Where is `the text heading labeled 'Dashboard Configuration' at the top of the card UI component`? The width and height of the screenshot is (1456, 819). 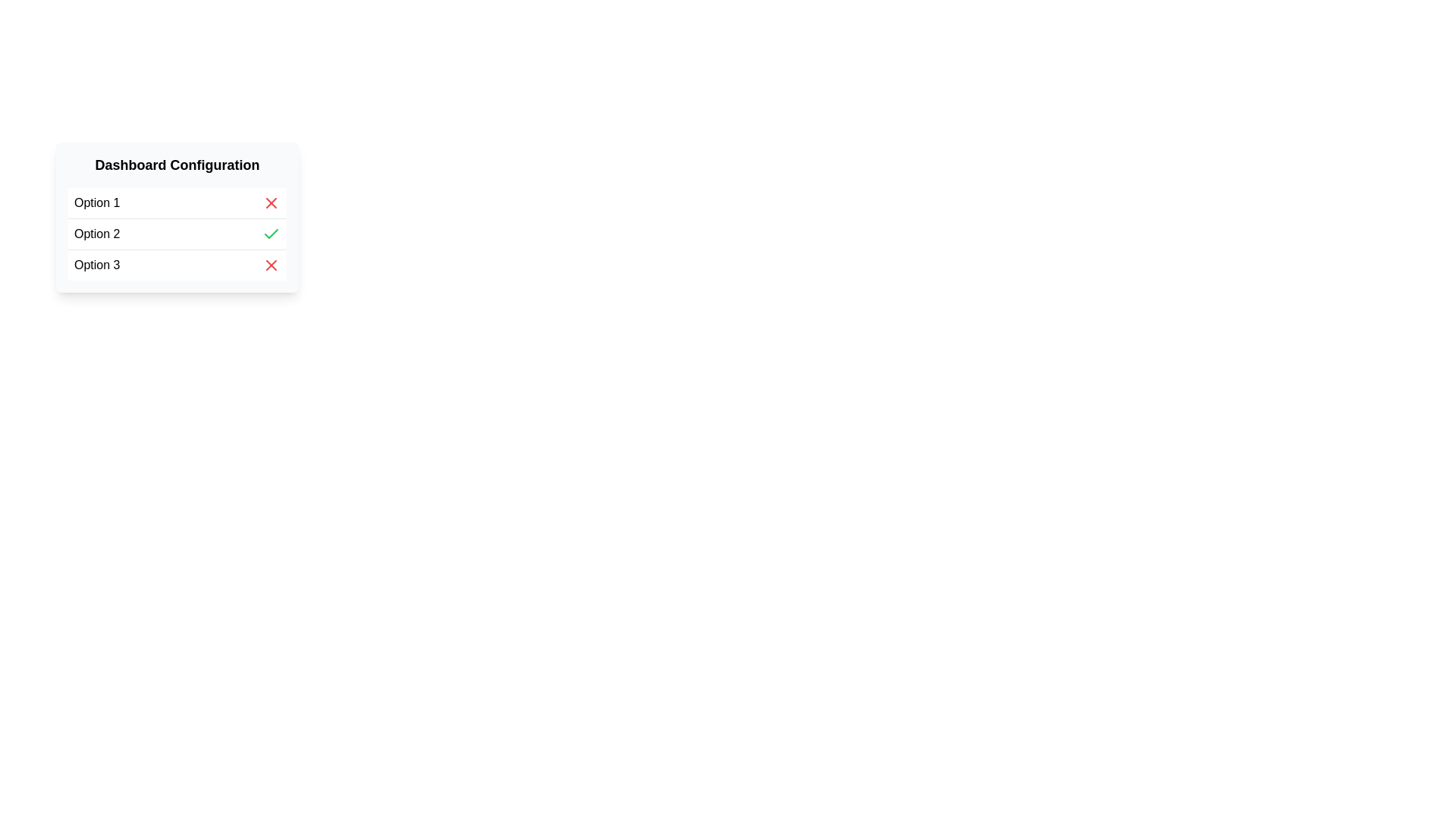 the text heading labeled 'Dashboard Configuration' at the top of the card UI component is located at coordinates (177, 165).